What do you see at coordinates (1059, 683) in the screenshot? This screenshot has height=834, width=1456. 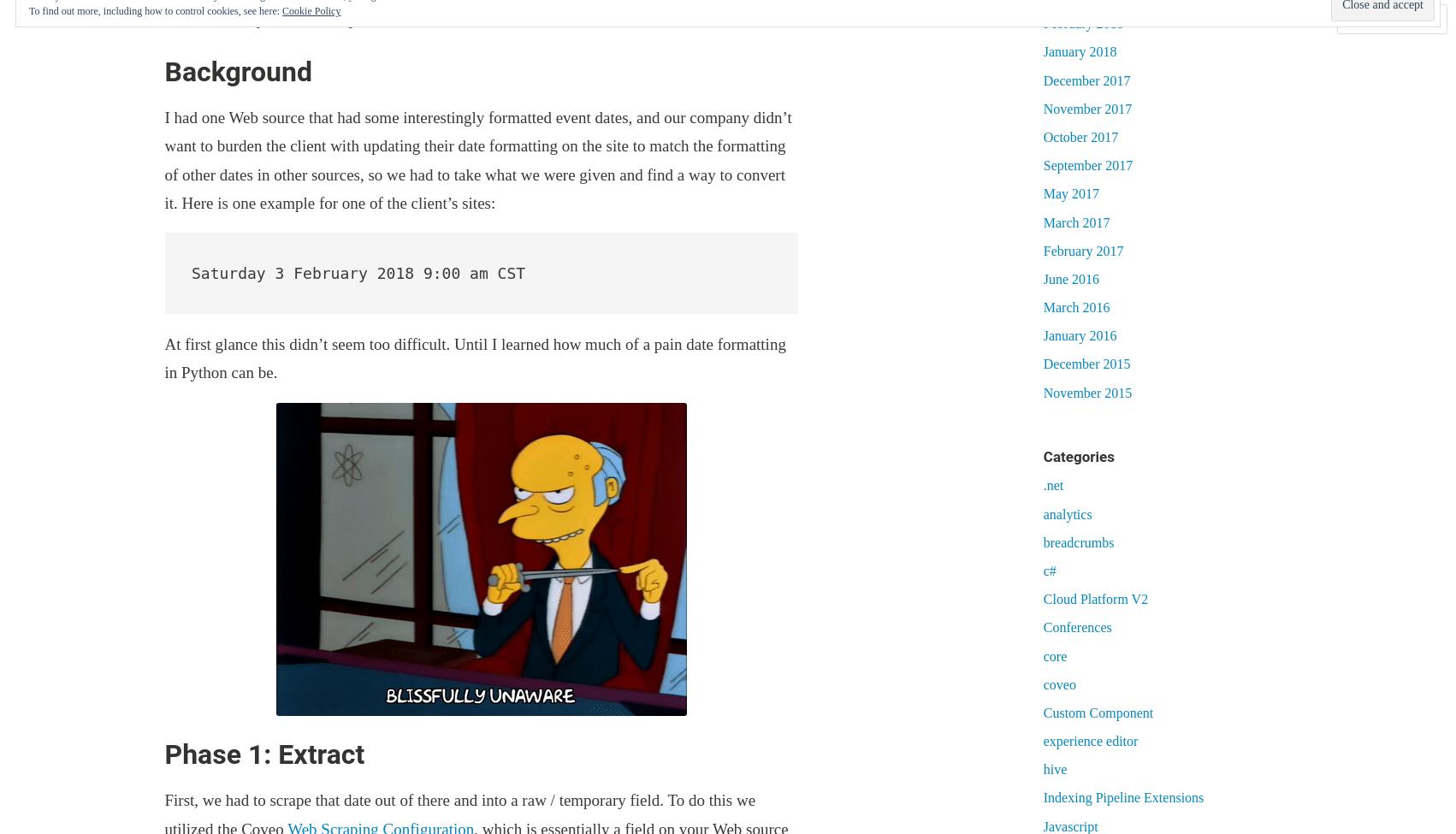 I see `'coveo'` at bounding box center [1059, 683].